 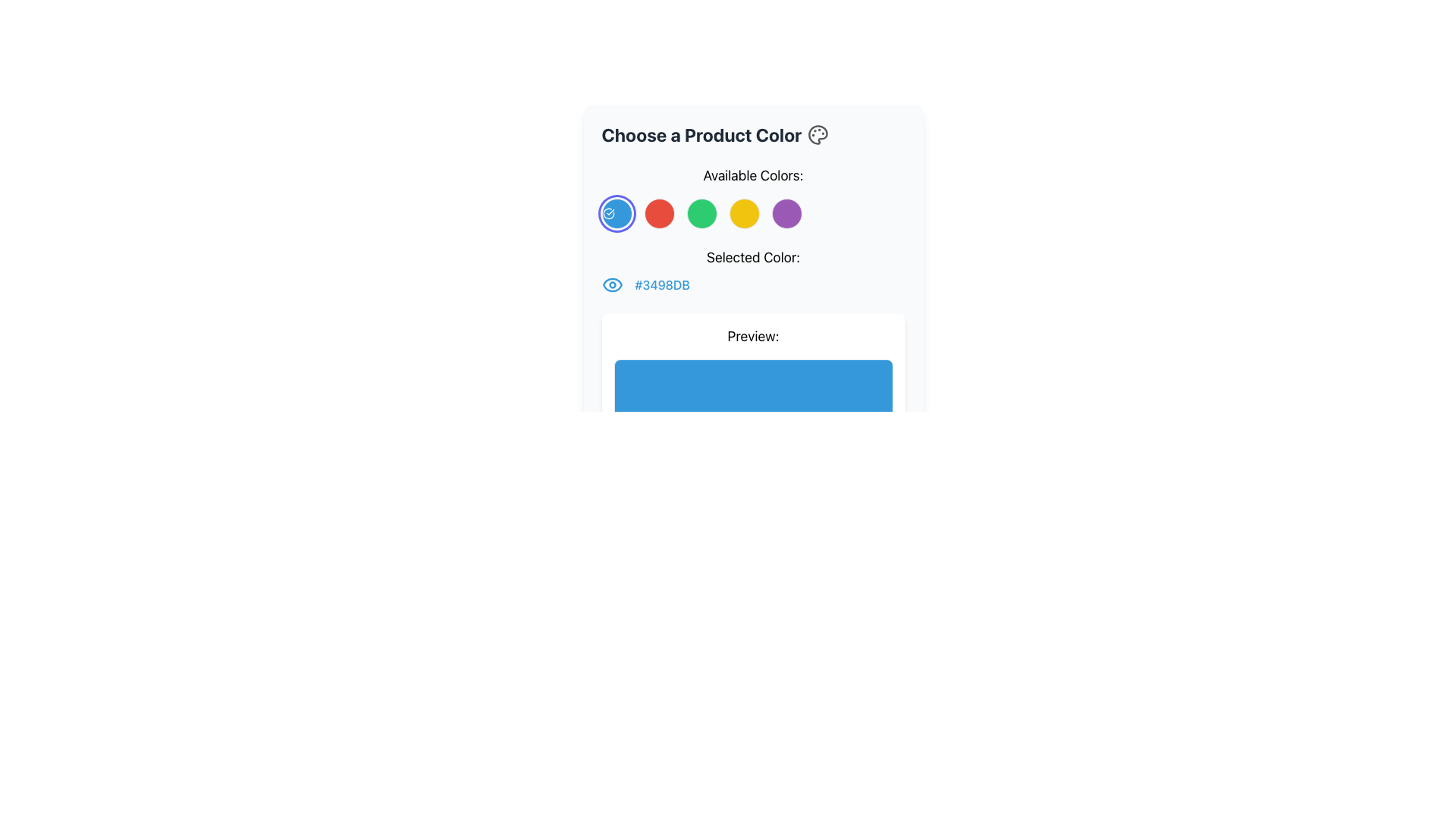 I want to click on the circular palette icon located in the upper-right corner of the 'Choose a Product Color' section, which features four small circles inside and a grayscale color scheme, so click(x=817, y=133).